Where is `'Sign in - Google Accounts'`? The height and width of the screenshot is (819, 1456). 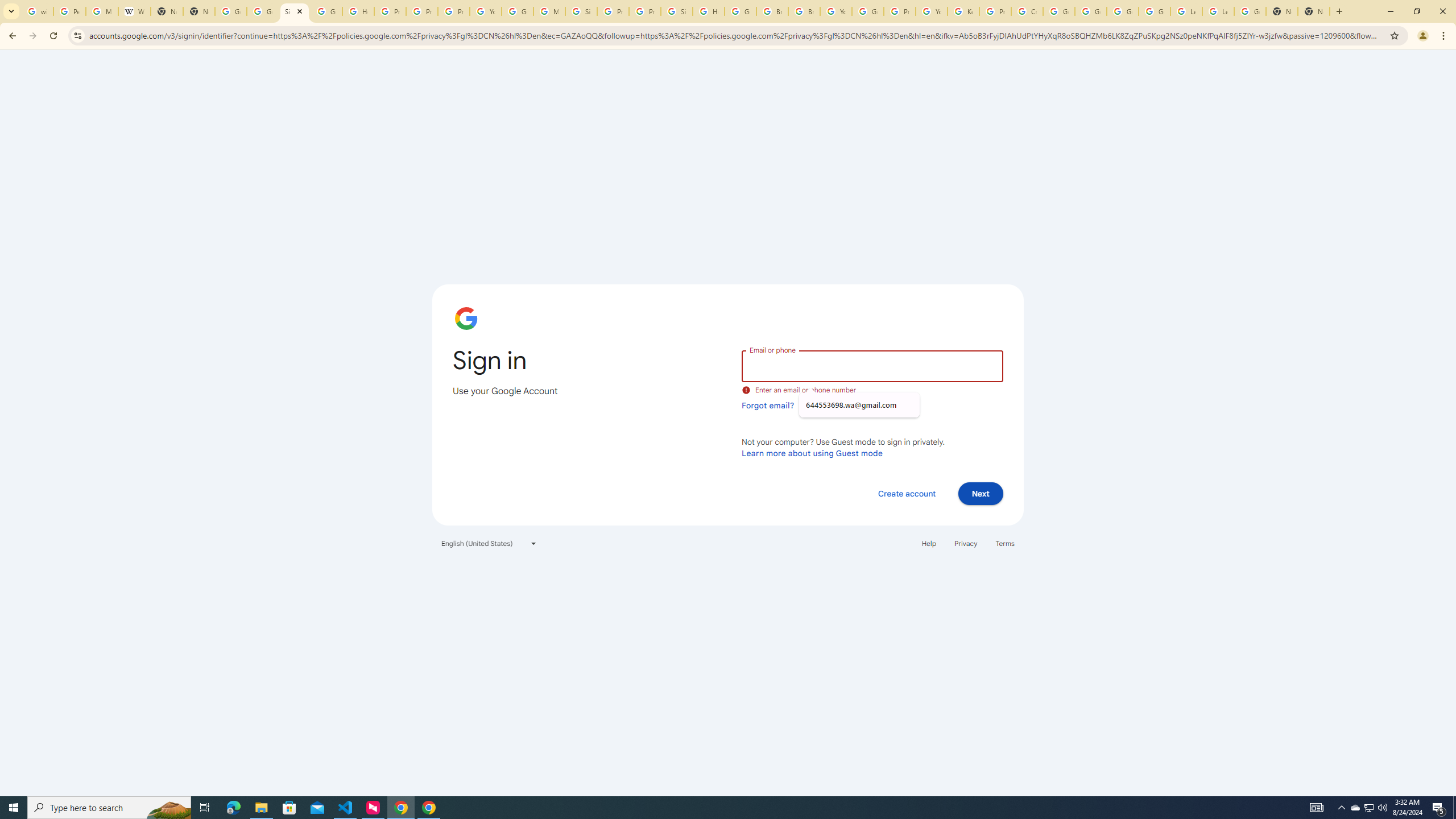 'Sign in - Google Accounts' is located at coordinates (294, 11).